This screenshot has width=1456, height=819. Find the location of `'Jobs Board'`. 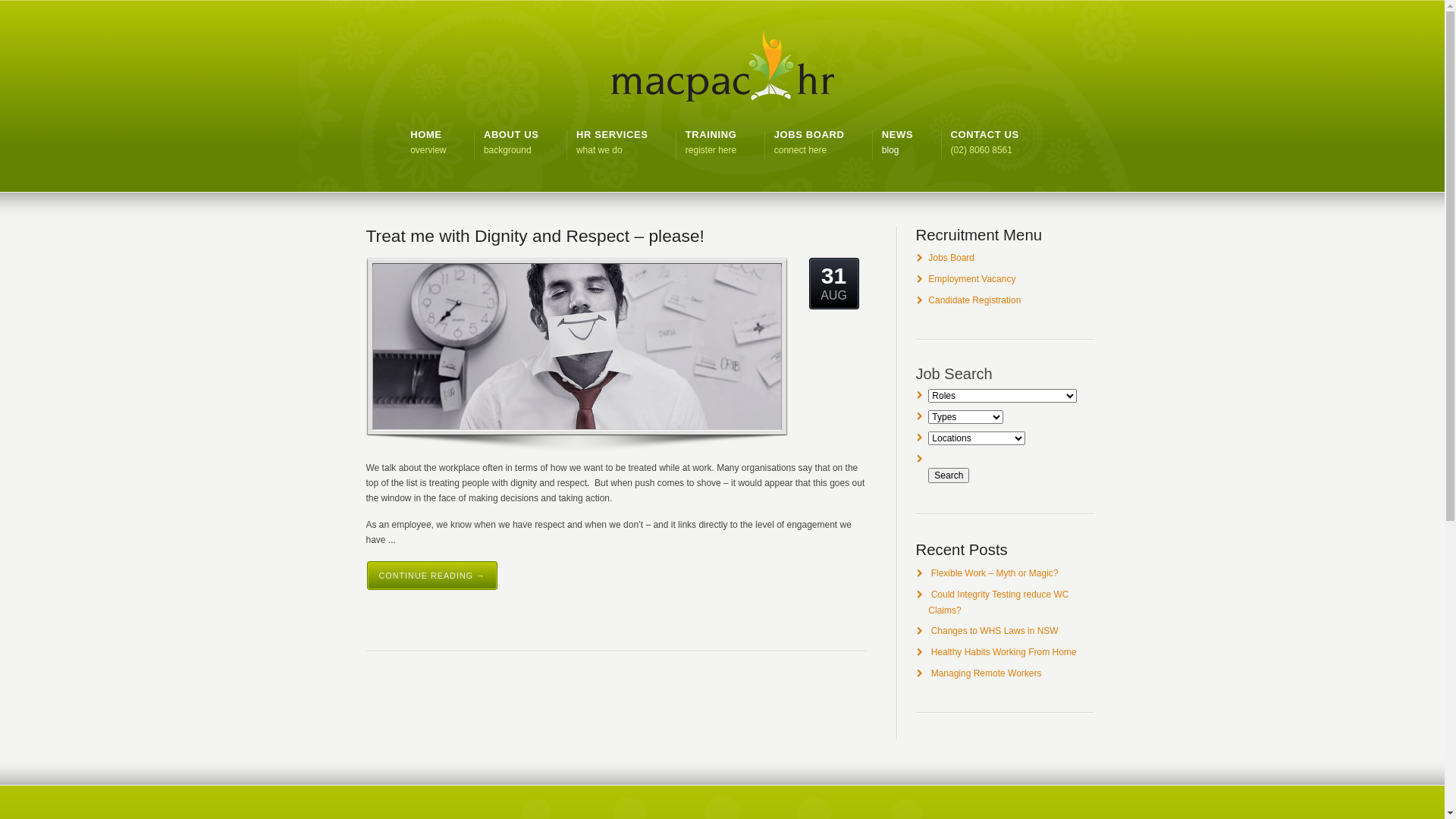

'Jobs Board' is located at coordinates (950, 256).